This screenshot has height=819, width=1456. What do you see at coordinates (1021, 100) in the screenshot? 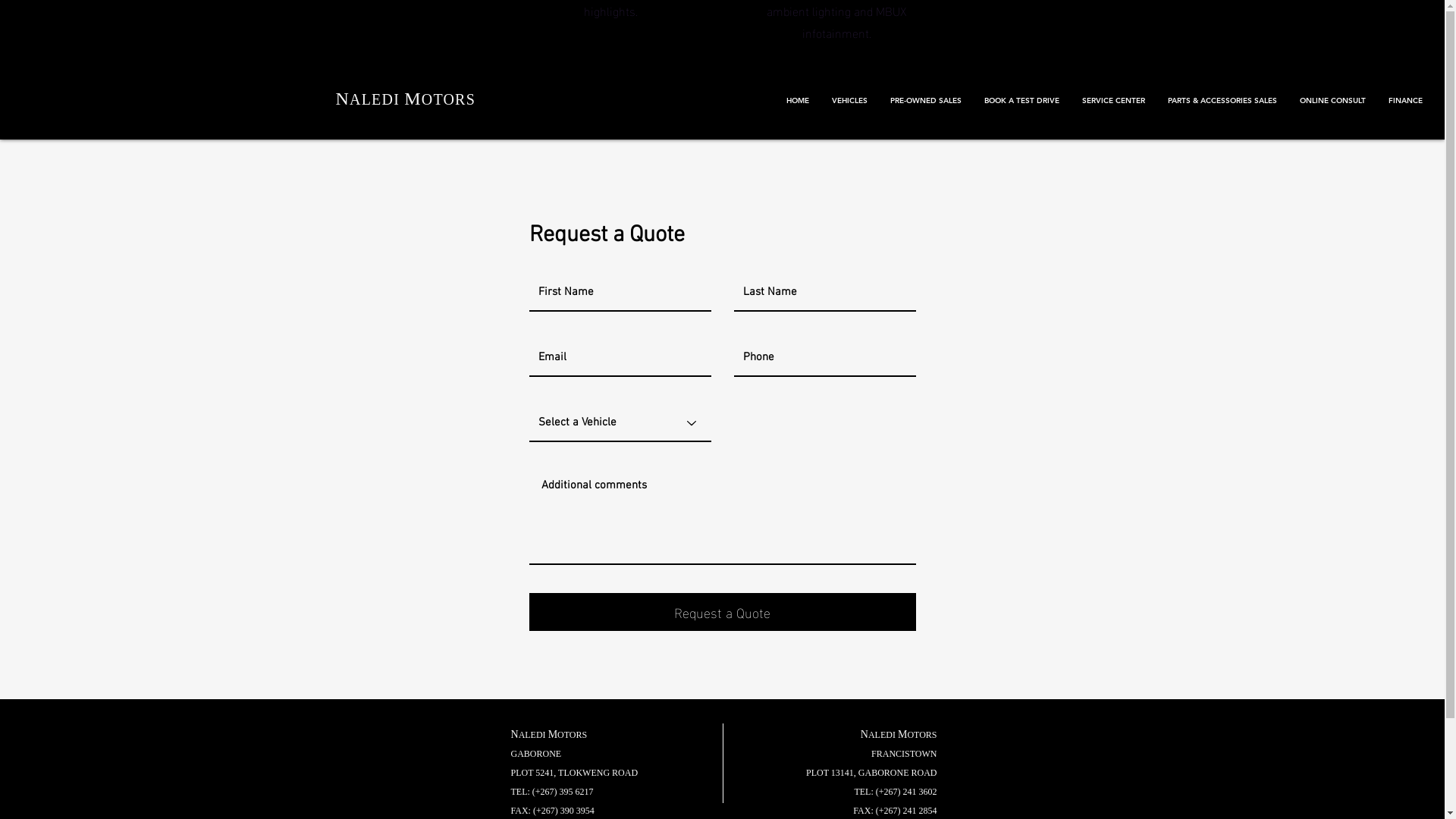
I see `'BOOK A TEST DRIVE'` at bounding box center [1021, 100].